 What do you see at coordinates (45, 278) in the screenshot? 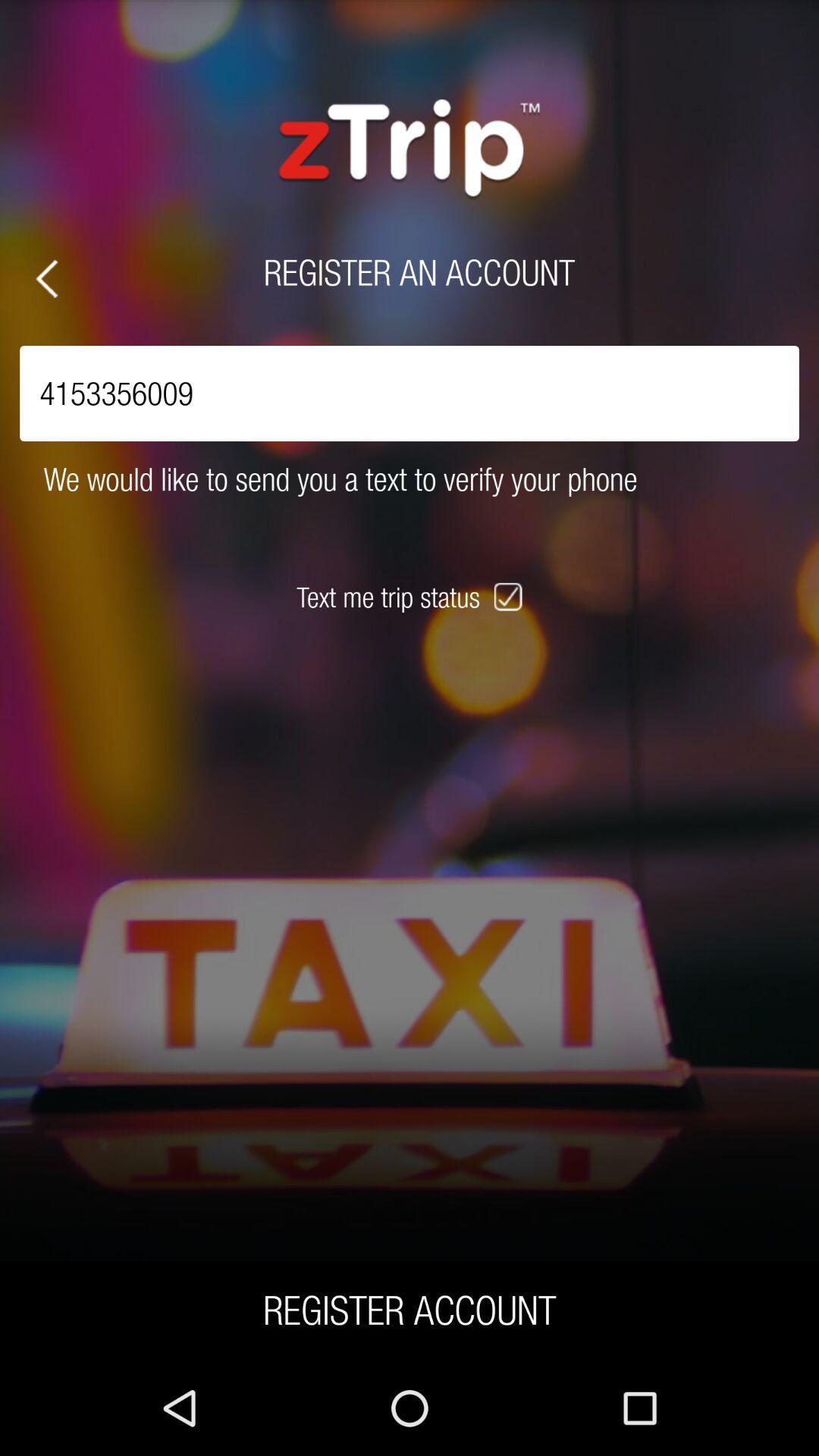
I see `the icon to the left of register an account icon` at bounding box center [45, 278].